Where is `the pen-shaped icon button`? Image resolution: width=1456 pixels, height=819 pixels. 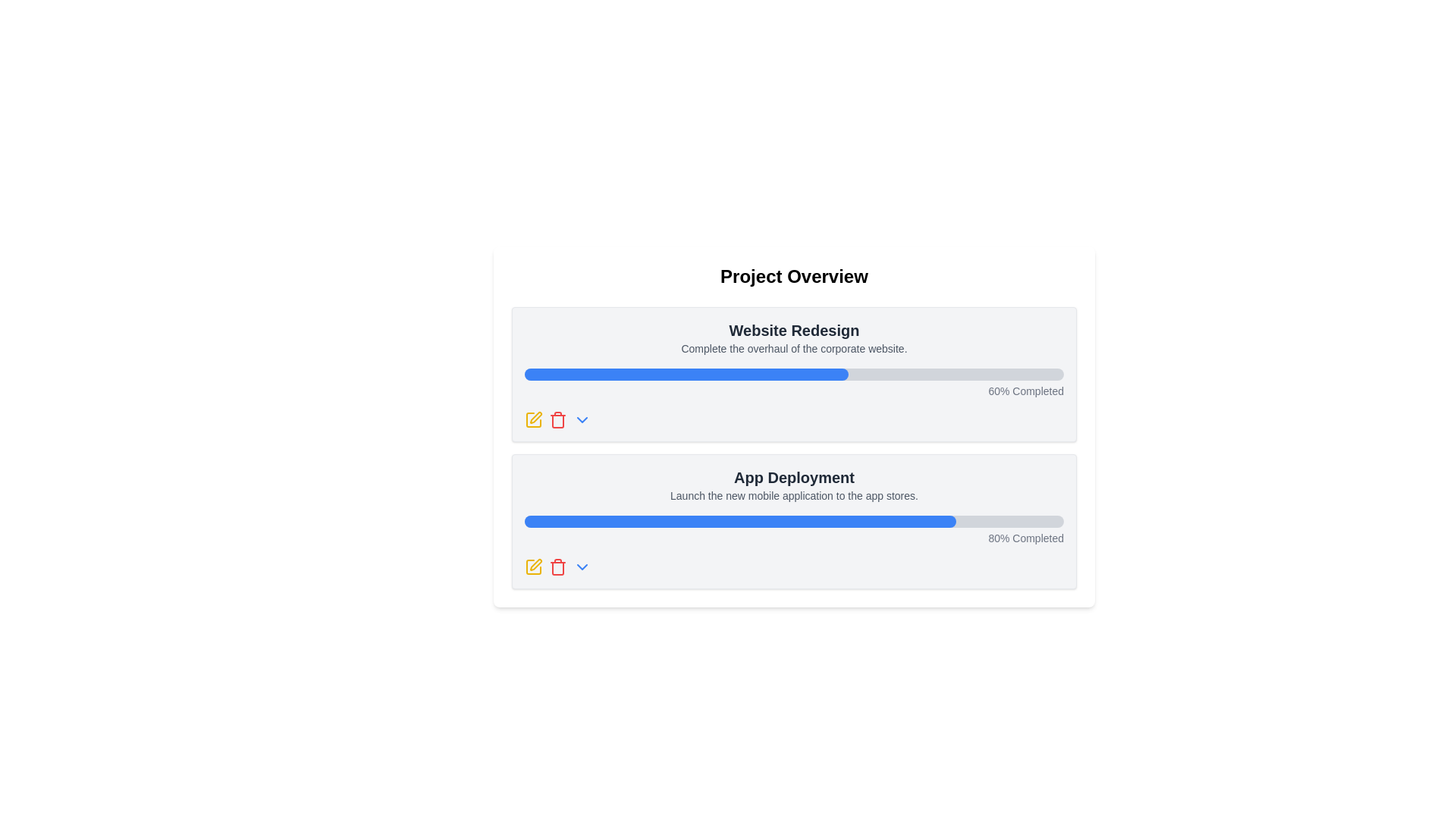 the pen-shaped icon button is located at coordinates (535, 564).